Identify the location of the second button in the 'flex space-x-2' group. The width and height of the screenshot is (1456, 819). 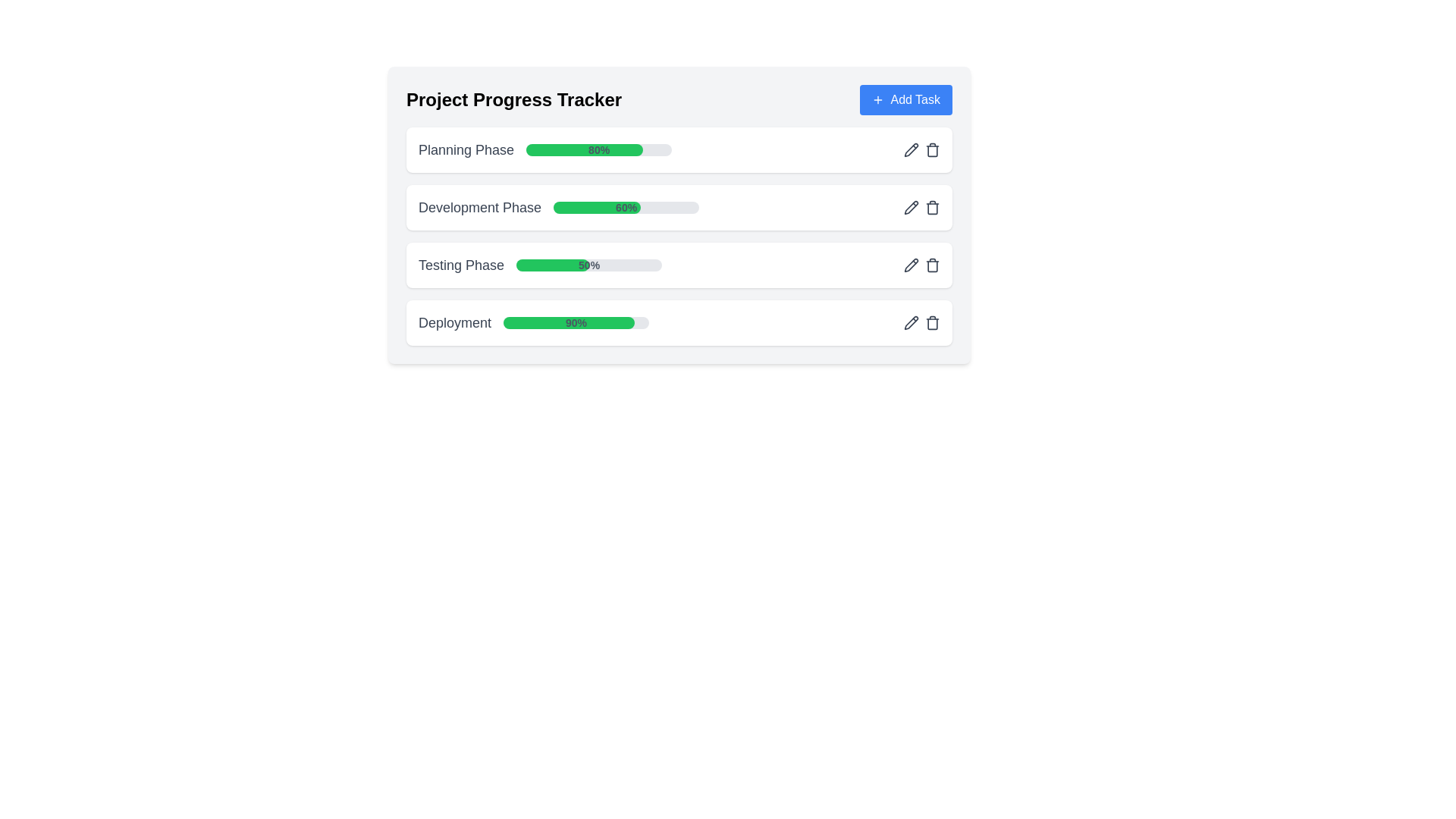
(931, 265).